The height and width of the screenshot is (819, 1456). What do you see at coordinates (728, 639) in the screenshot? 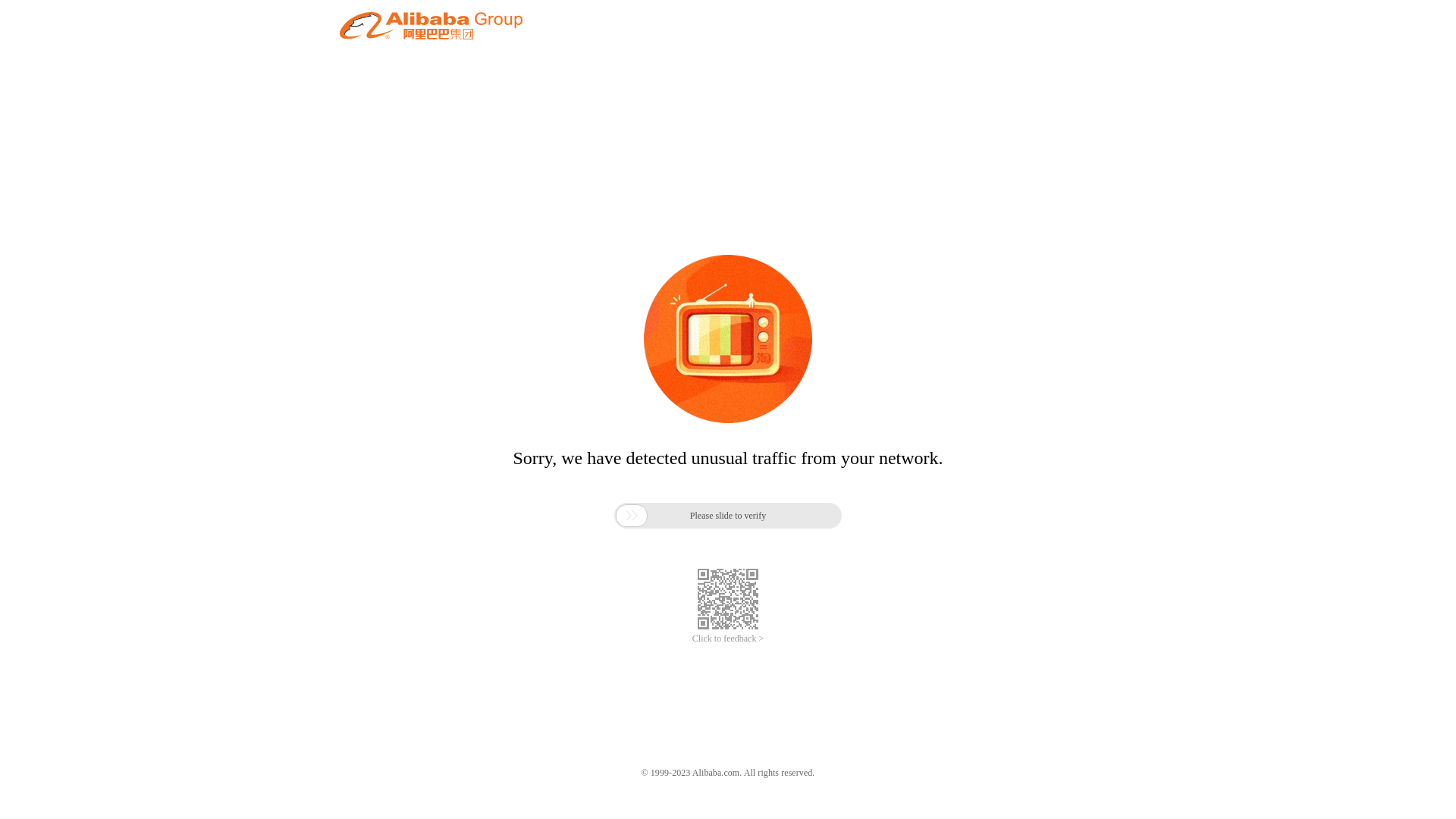
I see `'Click to feedback >'` at bounding box center [728, 639].